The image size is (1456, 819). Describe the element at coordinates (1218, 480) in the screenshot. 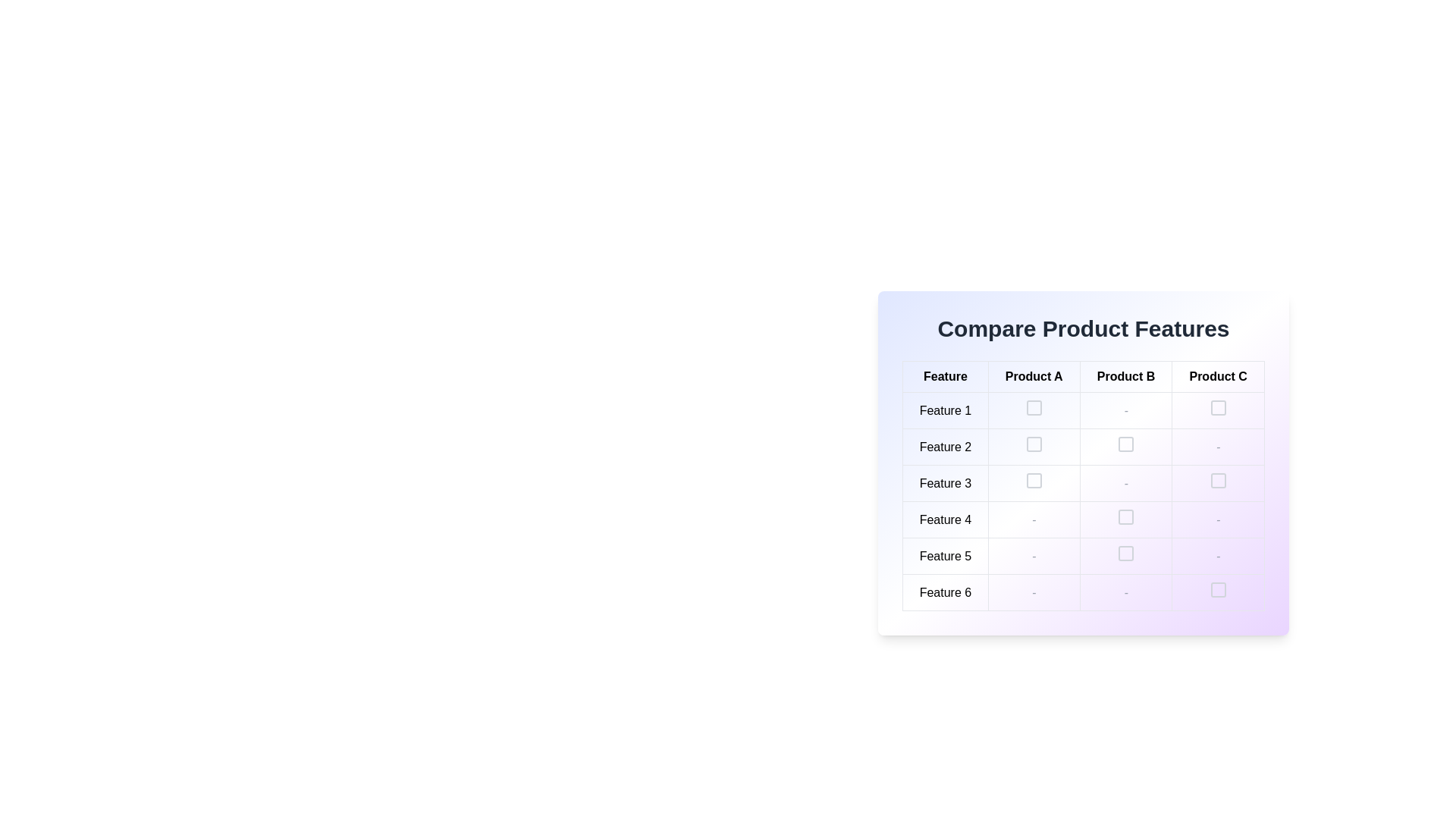

I see `the light gray rounded square icon located in the 'Product C' column and 'Feature 3' row of the comparison table via keyboard navigation` at that location.